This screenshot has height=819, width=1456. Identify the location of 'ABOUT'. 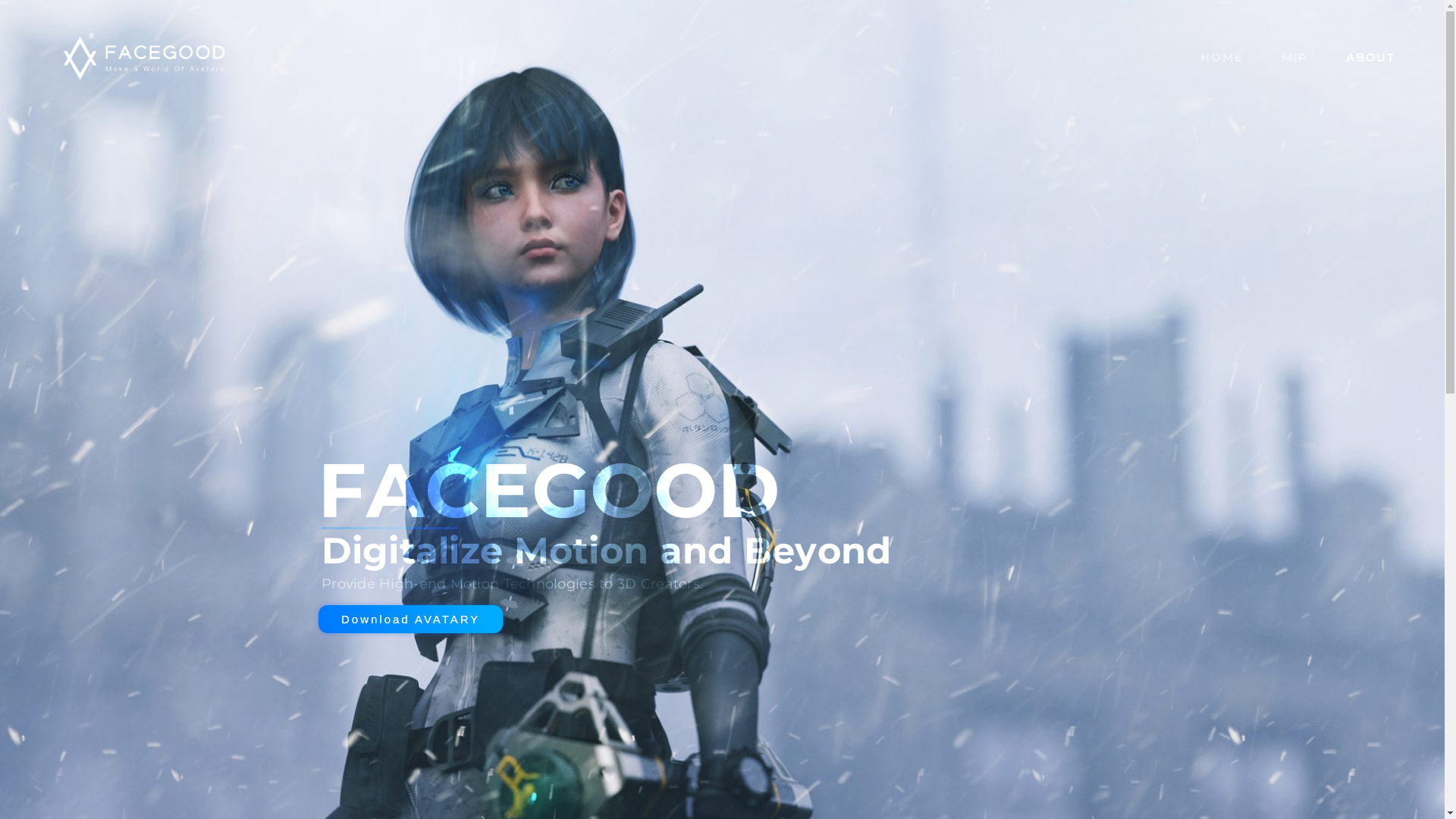
(1370, 55).